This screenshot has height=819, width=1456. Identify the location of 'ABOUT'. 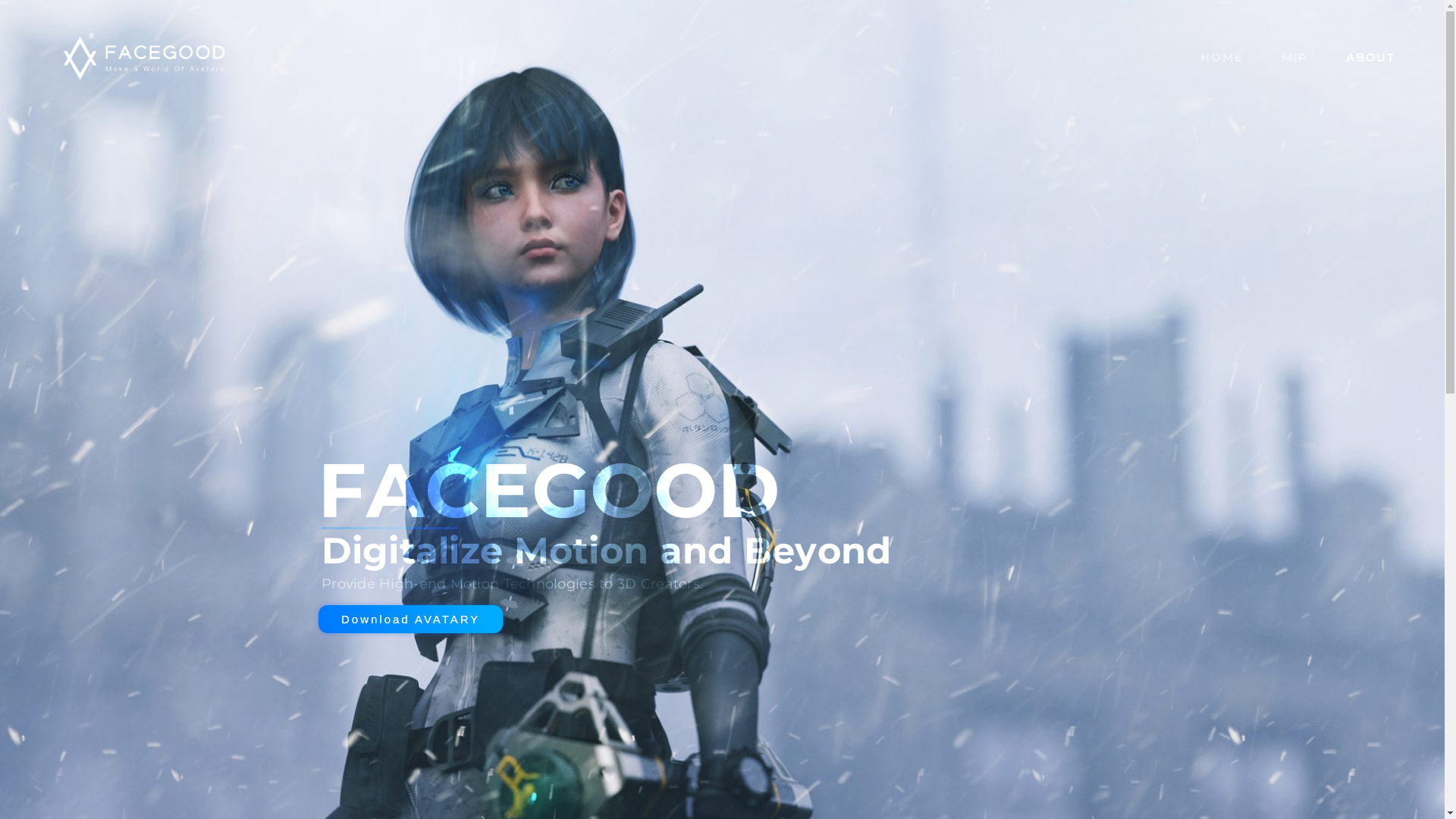
(1370, 55).